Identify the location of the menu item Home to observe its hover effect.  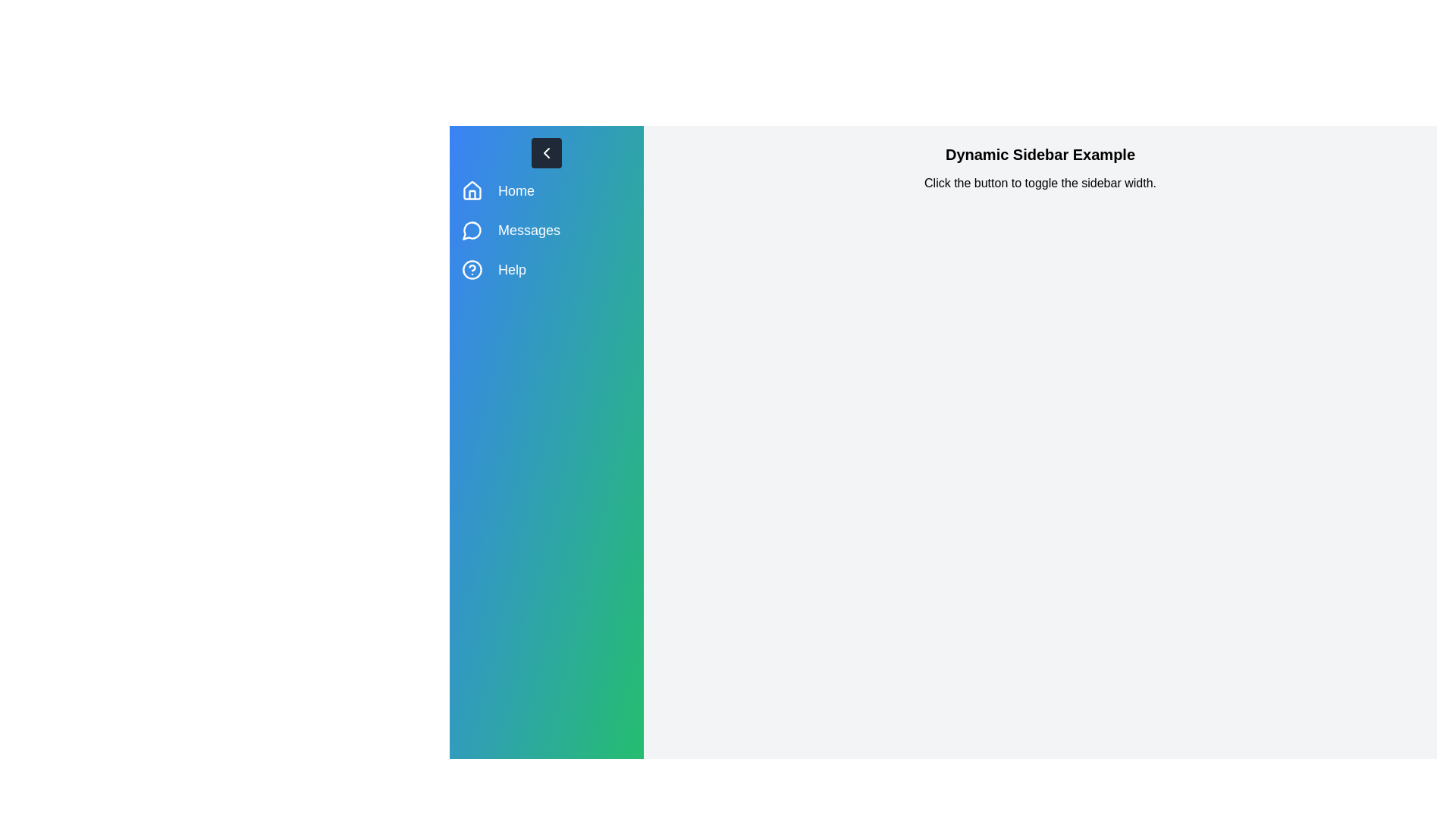
(546, 190).